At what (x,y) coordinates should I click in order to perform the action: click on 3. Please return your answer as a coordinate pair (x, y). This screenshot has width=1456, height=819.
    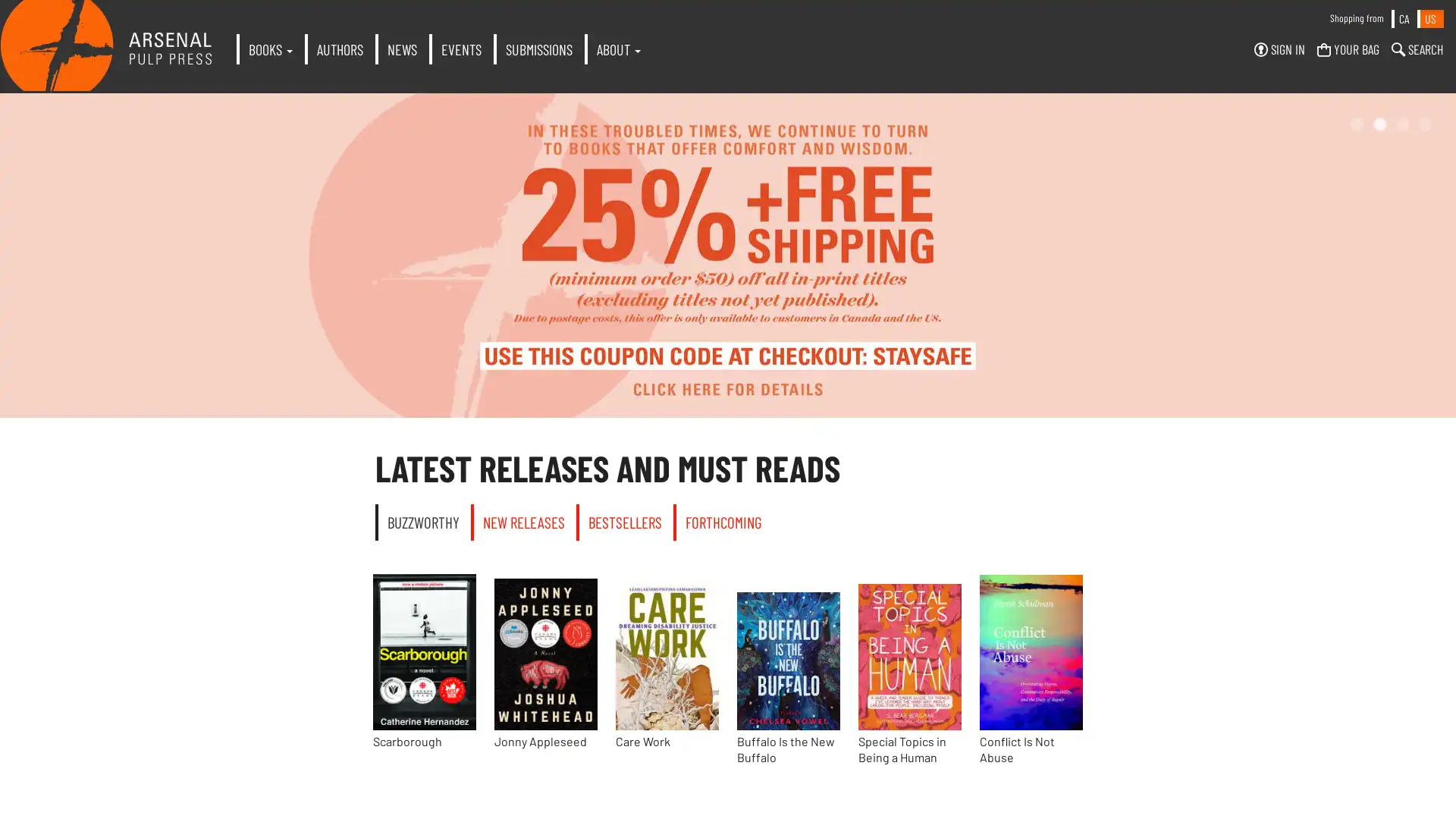
    Looking at the image, I should click on (1401, 124).